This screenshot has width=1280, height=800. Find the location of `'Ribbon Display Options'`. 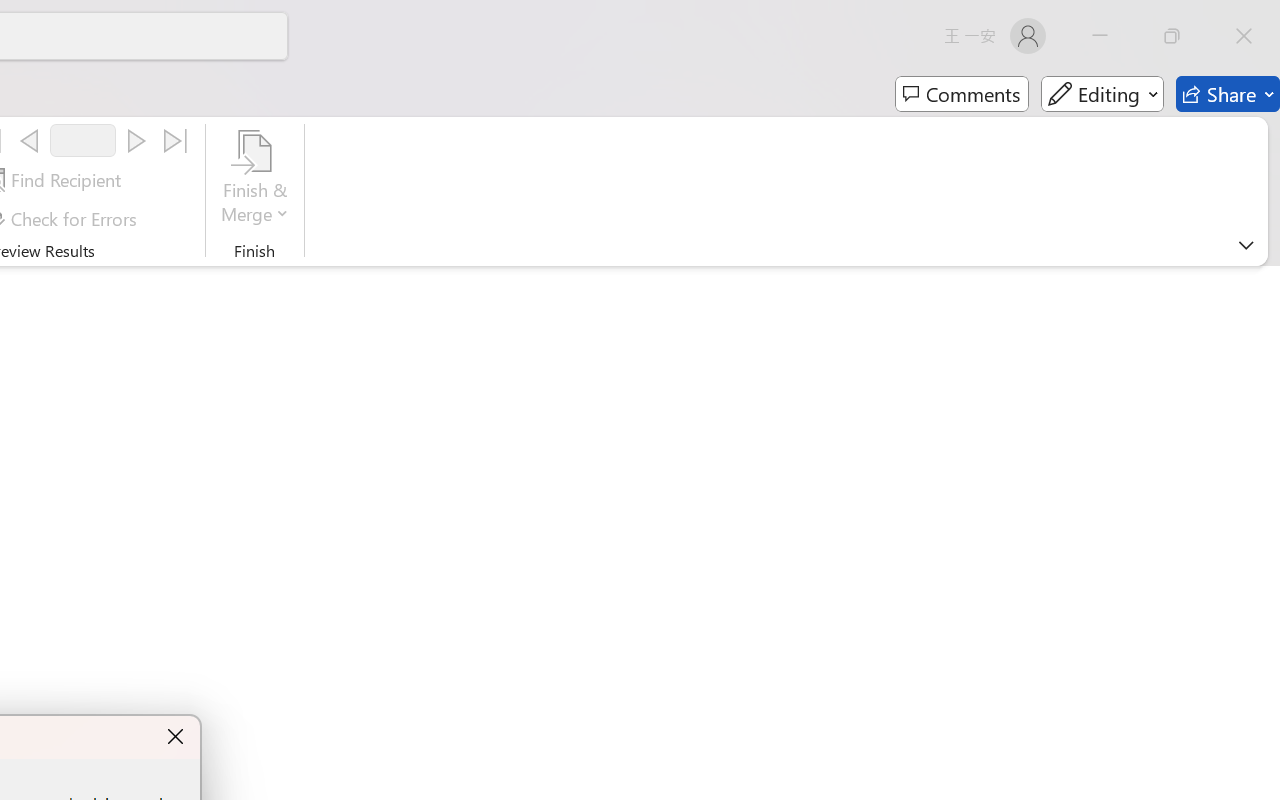

'Ribbon Display Options' is located at coordinates (1245, 244).